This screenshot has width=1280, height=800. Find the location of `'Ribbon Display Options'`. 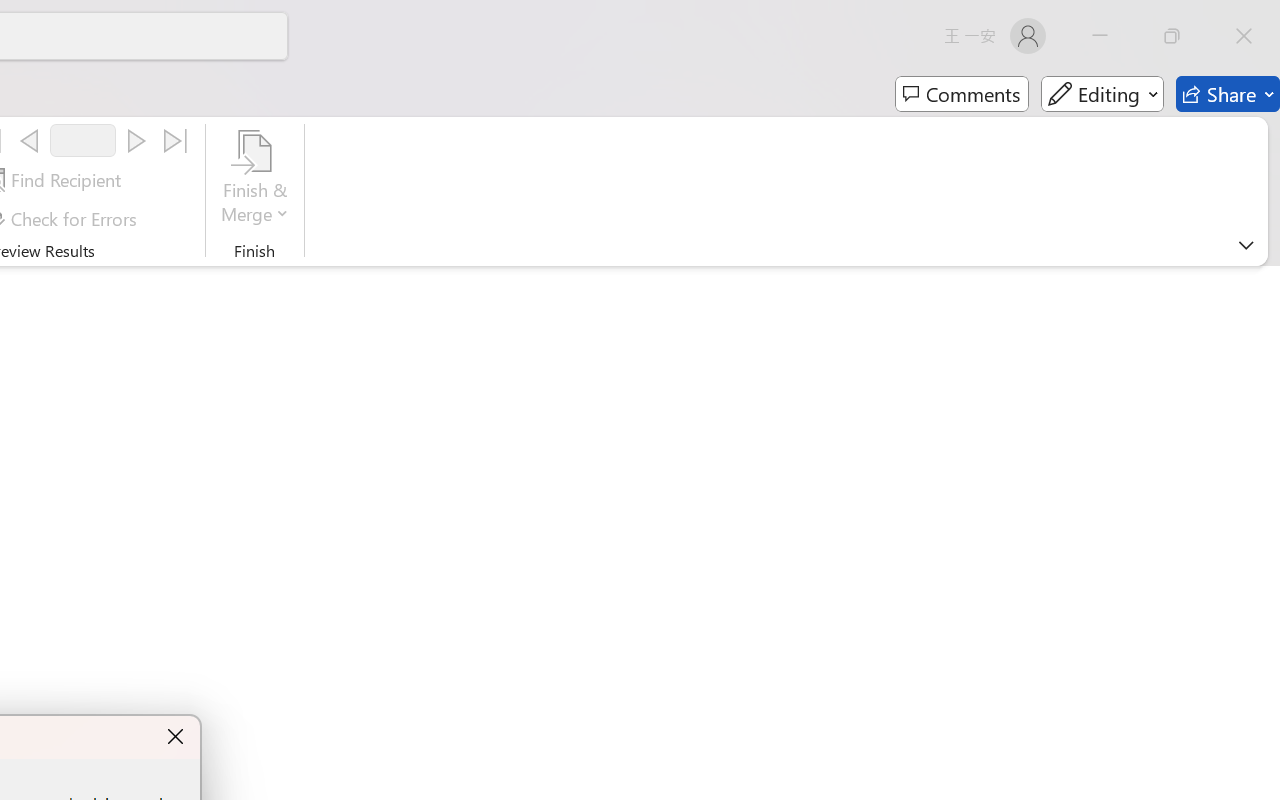

'Ribbon Display Options' is located at coordinates (1245, 244).